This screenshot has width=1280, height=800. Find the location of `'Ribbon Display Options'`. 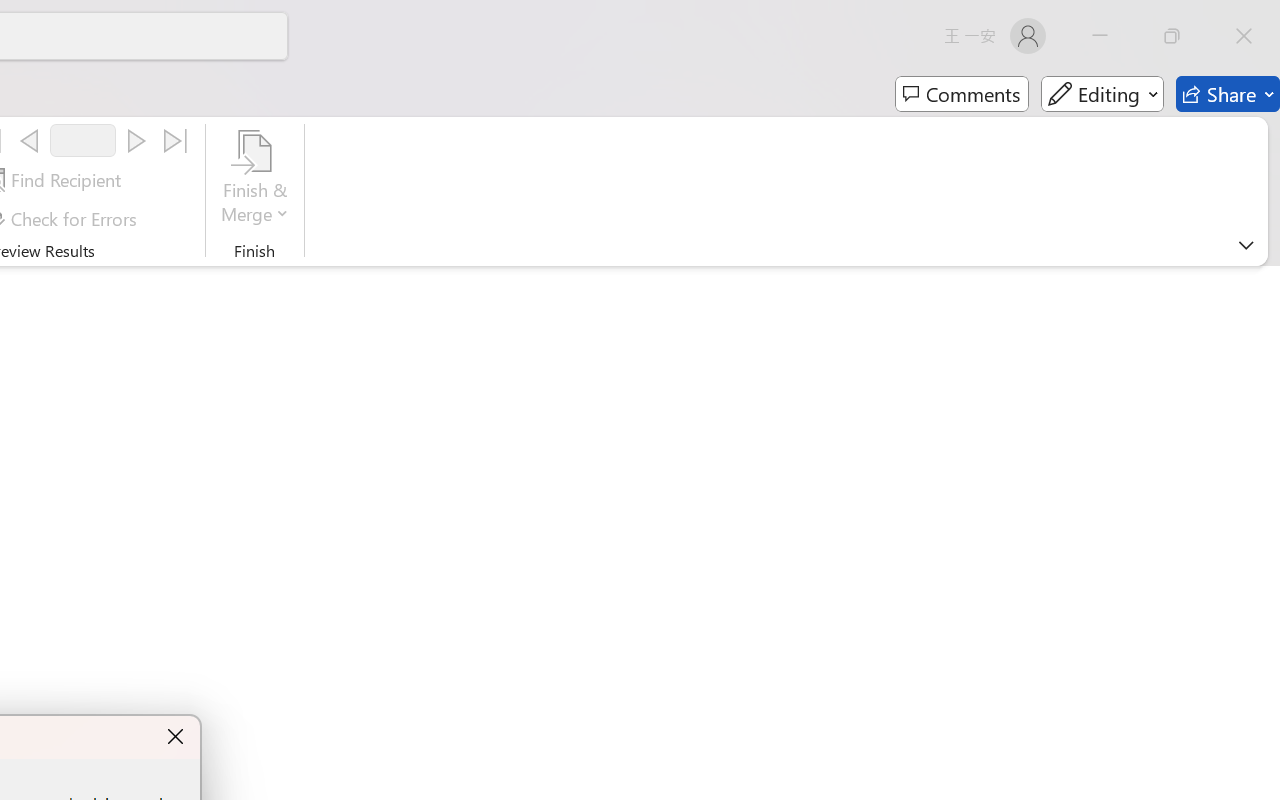

'Ribbon Display Options' is located at coordinates (1245, 244).